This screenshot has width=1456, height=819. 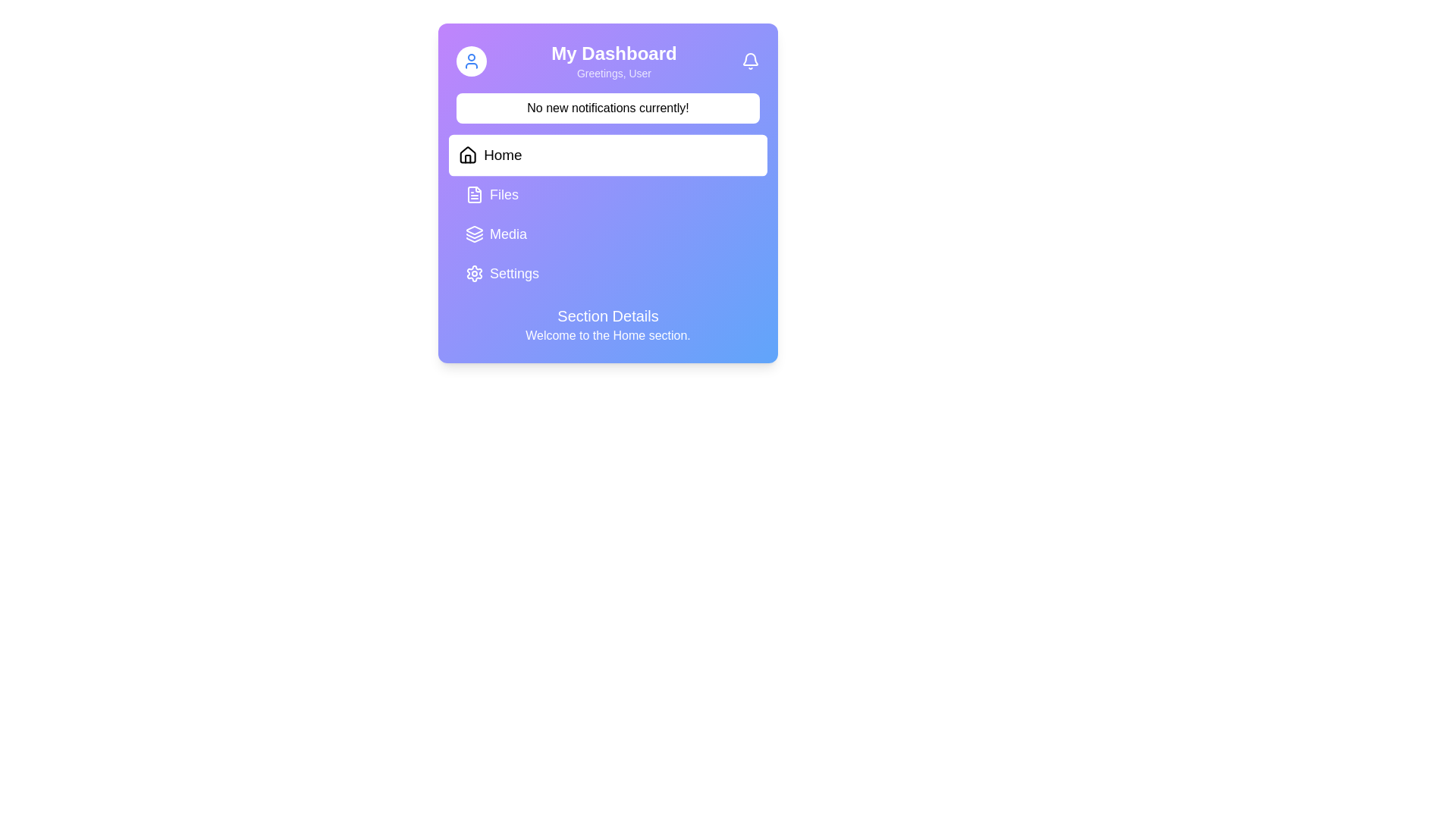 What do you see at coordinates (473, 194) in the screenshot?
I see `the icon representing the 'Files' navigational menu item, which resembles a document with horizontal lines and is styled with a purple gradient background` at bounding box center [473, 194].